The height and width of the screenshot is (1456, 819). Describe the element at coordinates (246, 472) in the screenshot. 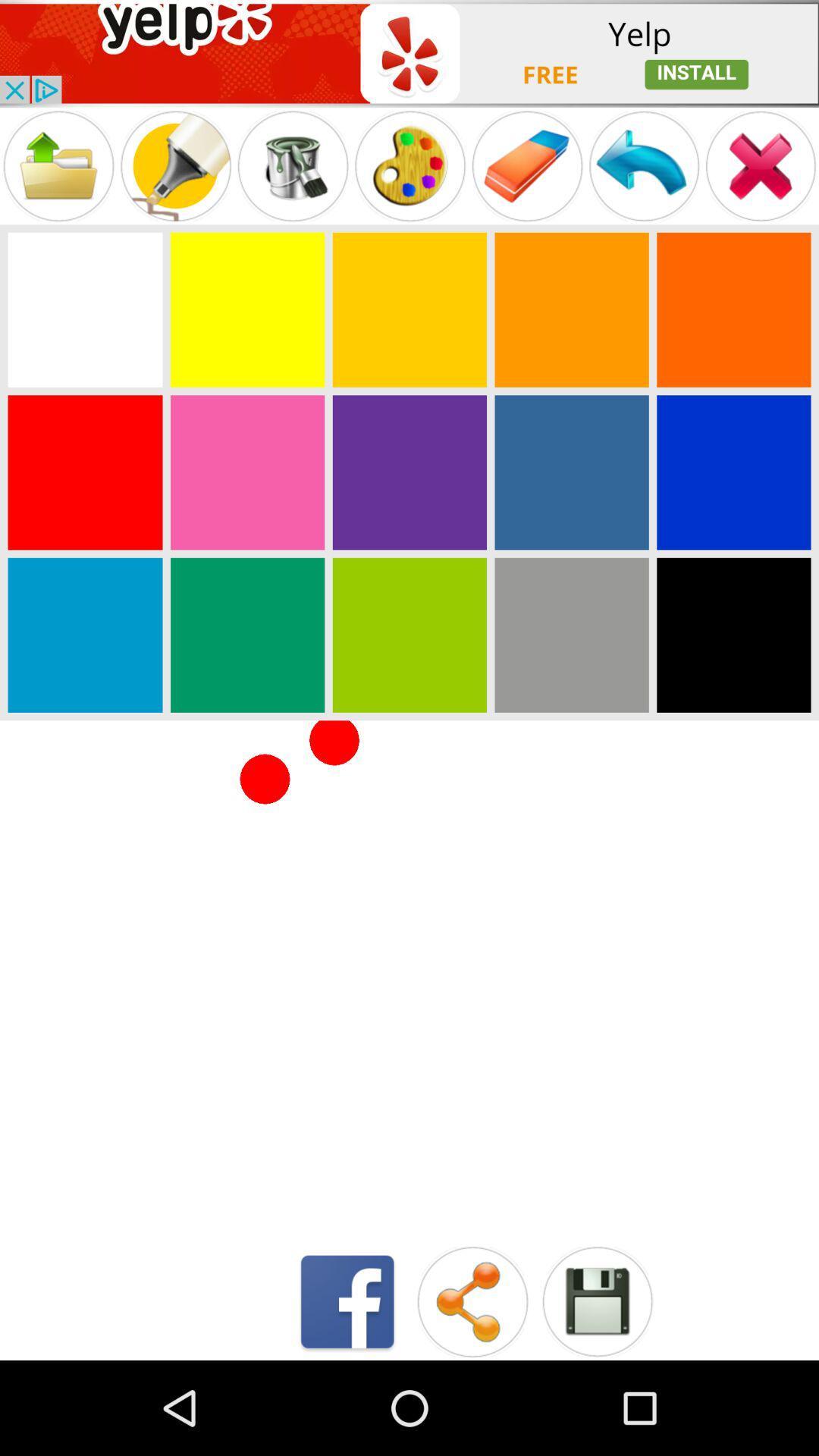

I see `color` at that location.